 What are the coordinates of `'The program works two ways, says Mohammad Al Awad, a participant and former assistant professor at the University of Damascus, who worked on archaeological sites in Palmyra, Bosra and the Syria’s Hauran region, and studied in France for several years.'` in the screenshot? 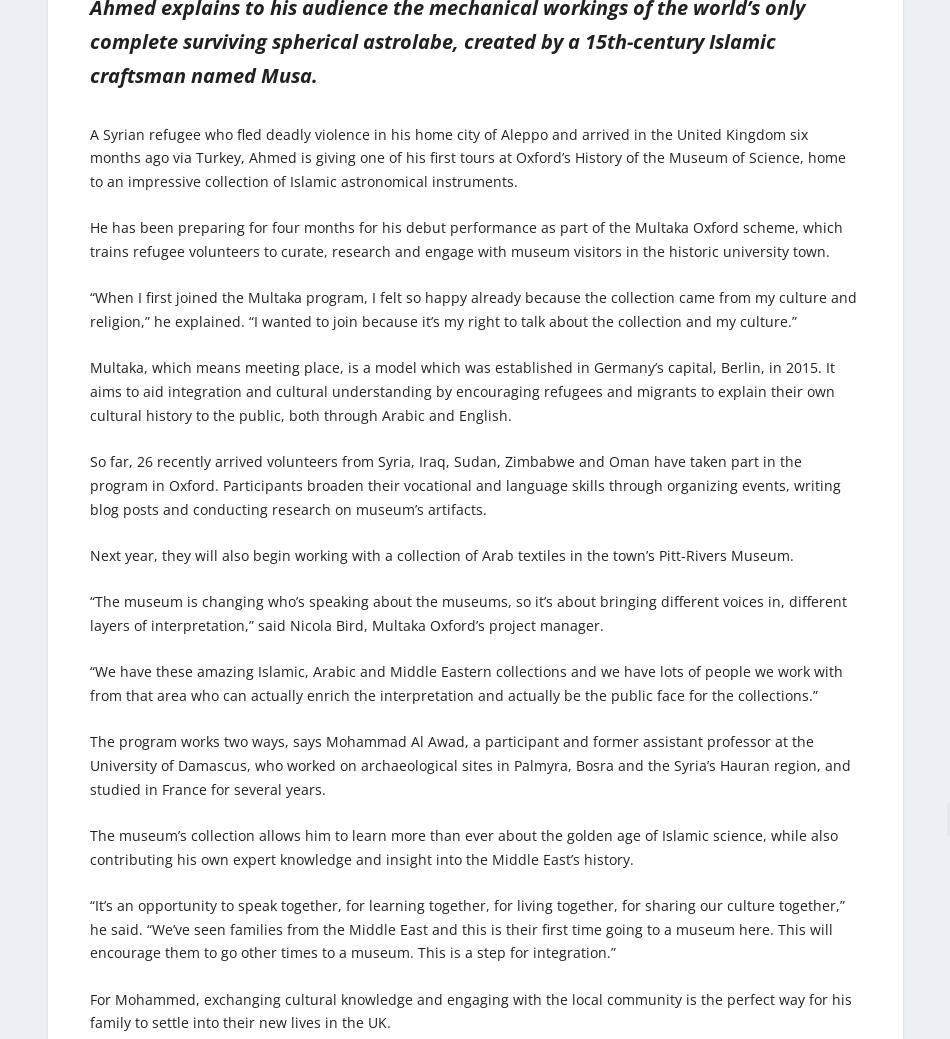 It's located at (469, 764).